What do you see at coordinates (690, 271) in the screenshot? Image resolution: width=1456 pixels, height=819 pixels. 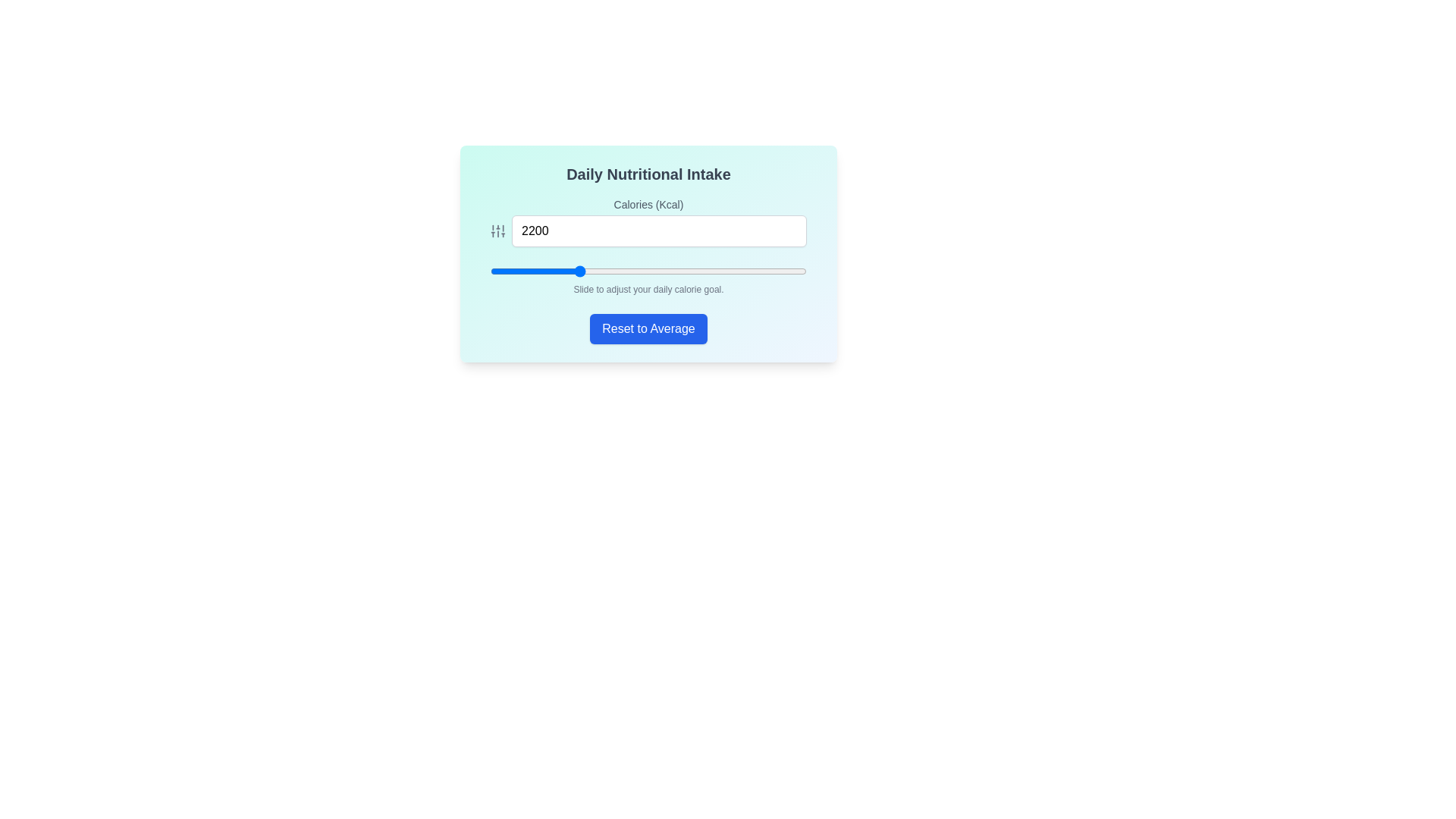 I see `the calorie goal` at bounding box center [690, 271].